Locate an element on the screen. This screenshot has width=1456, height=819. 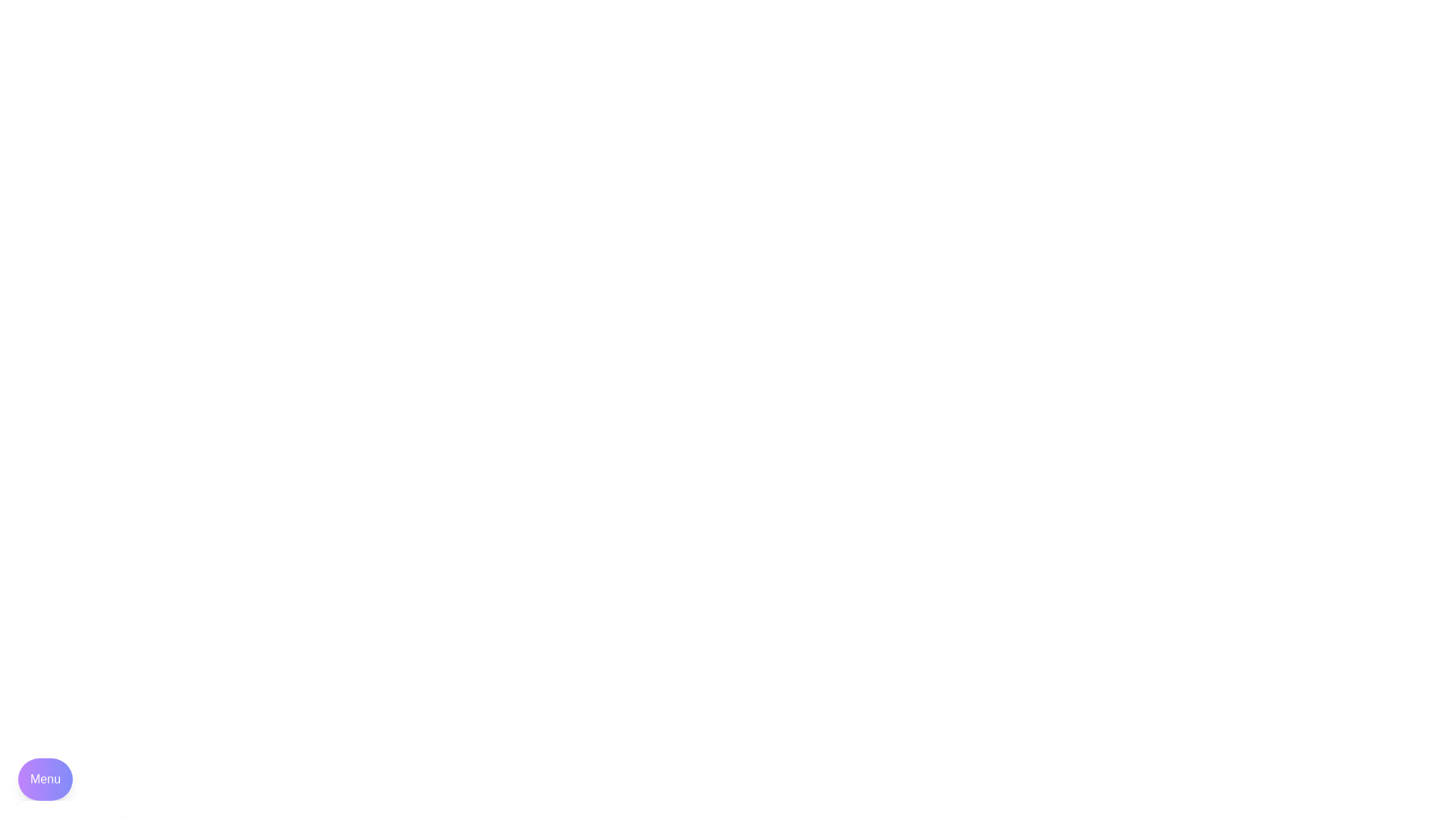
the 'Menu' button to toggle the menu visibility is located at coordinates (45, 780).